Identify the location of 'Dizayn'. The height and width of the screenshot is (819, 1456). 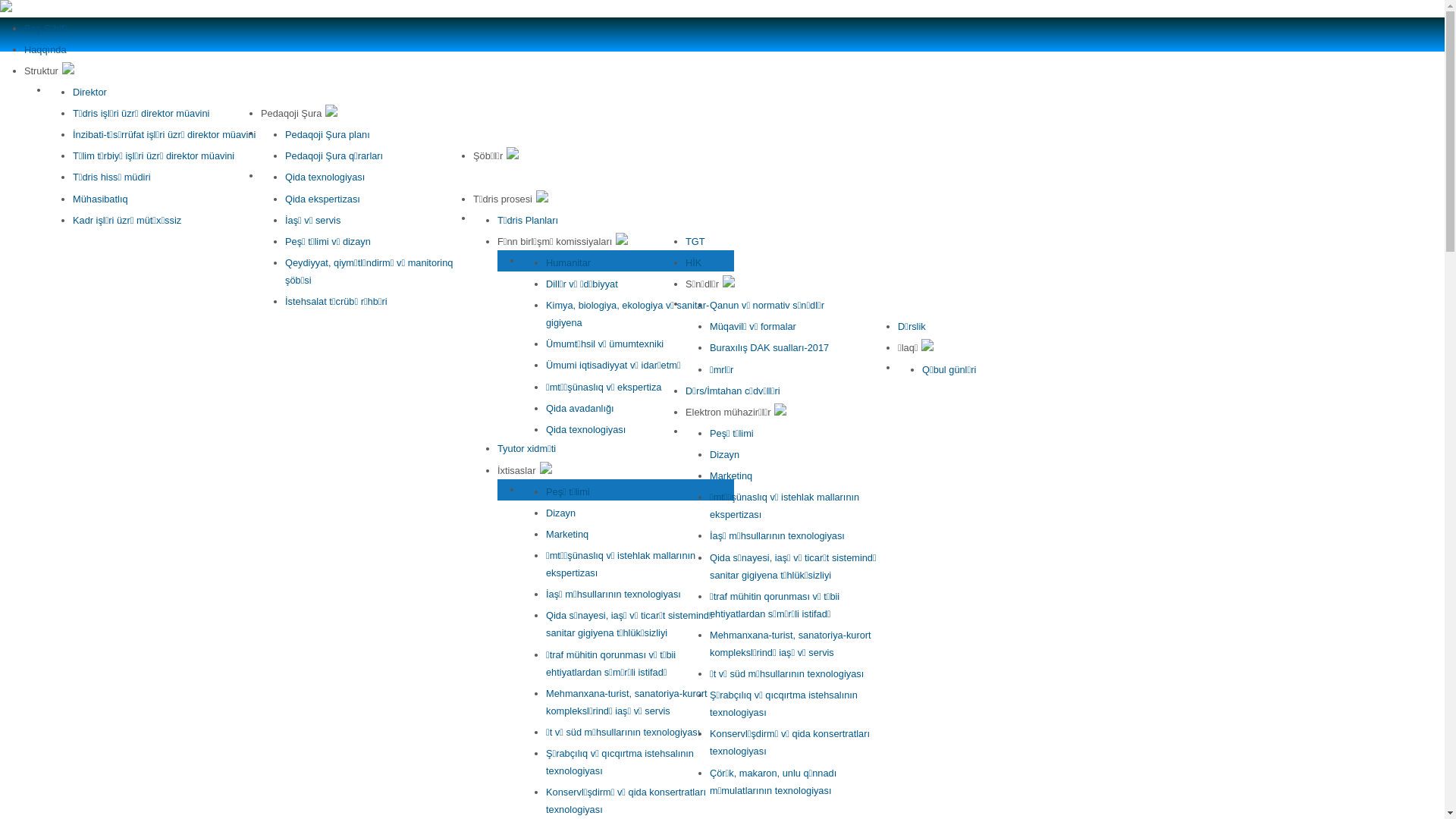
(560, 512).